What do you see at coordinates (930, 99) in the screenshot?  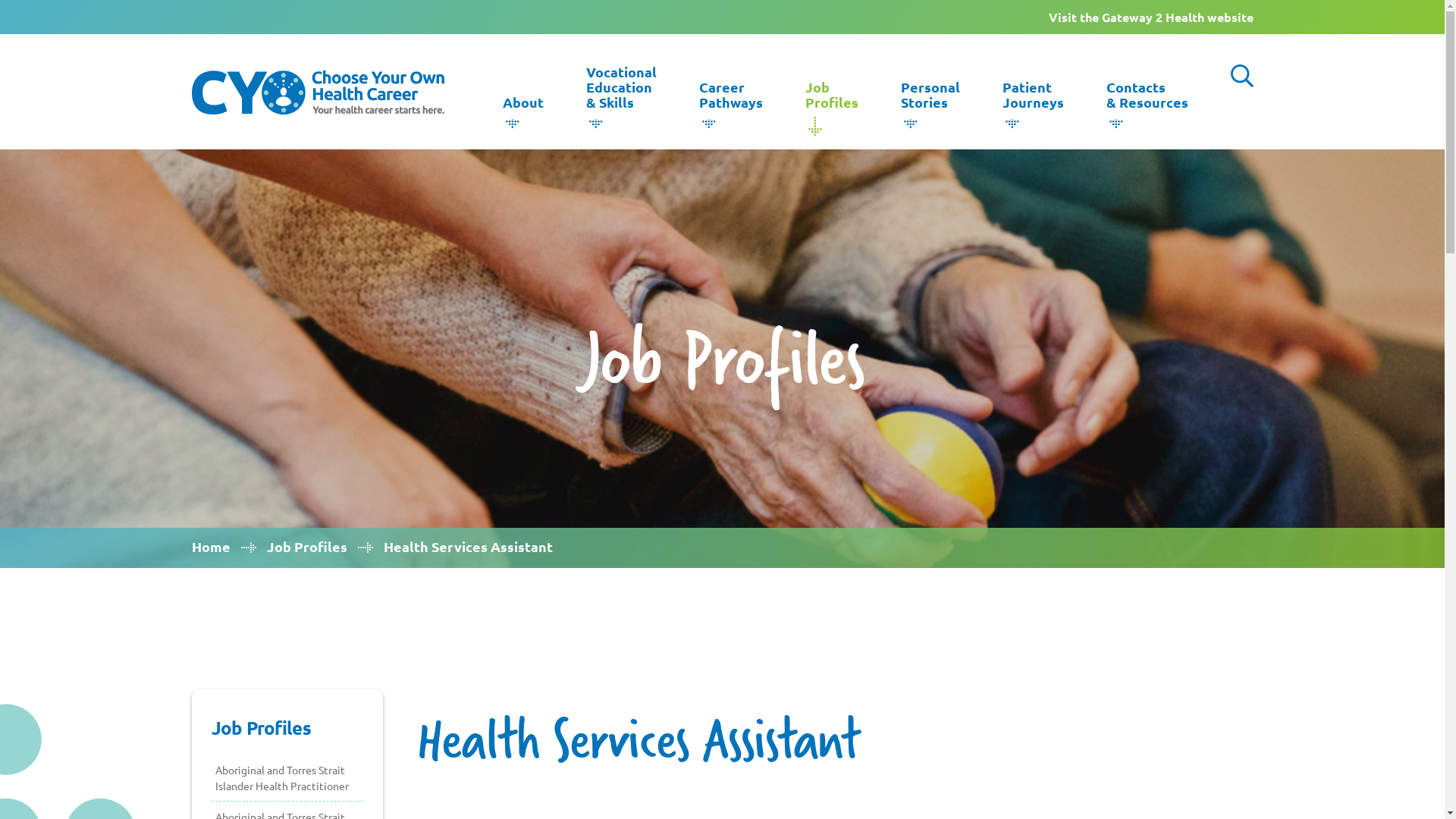 I see `'Personal` at bounding box center [930, 99].